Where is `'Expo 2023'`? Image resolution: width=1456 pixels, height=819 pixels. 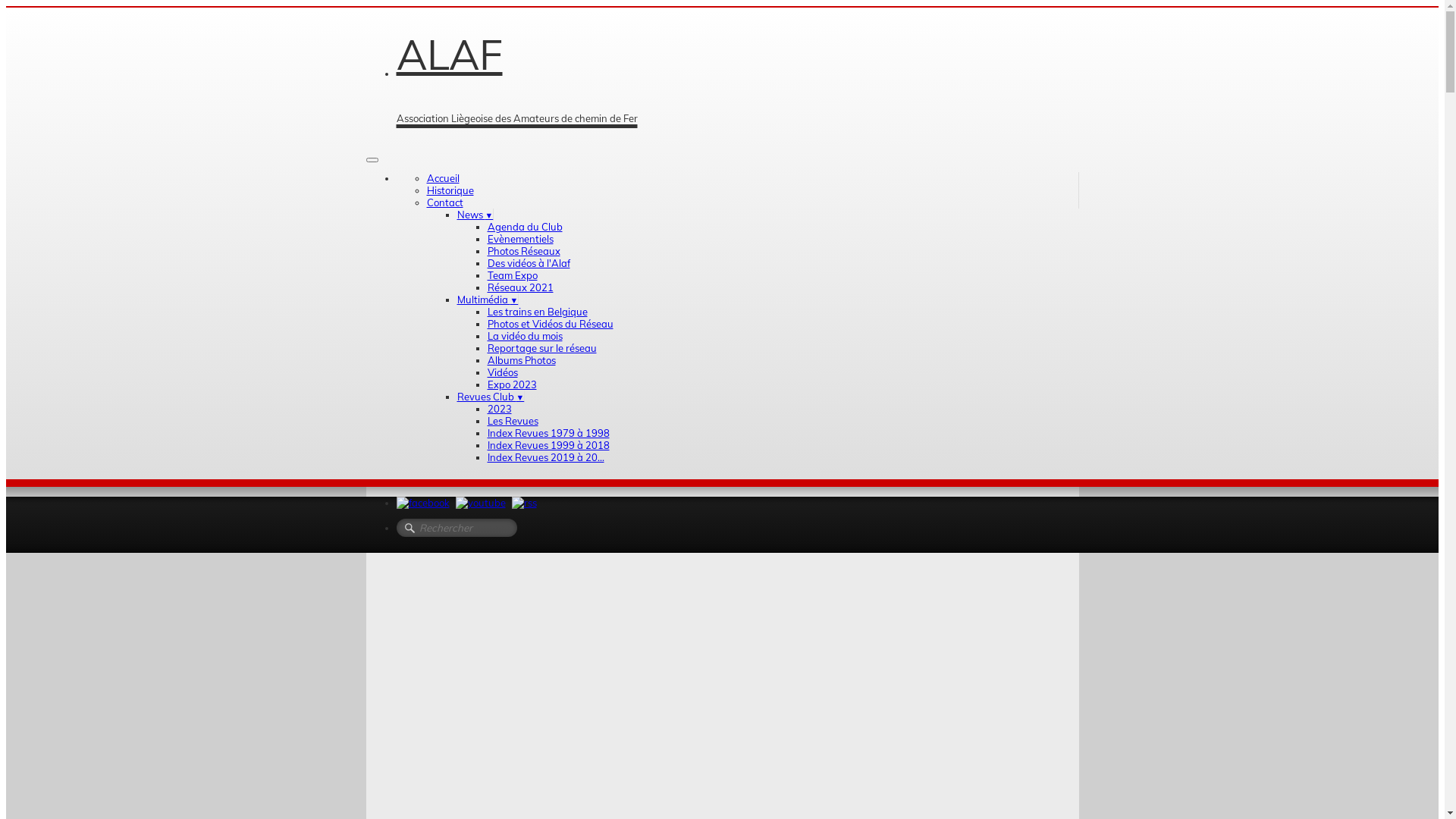 'Expo 2023' is located at coordinates (511, 383).